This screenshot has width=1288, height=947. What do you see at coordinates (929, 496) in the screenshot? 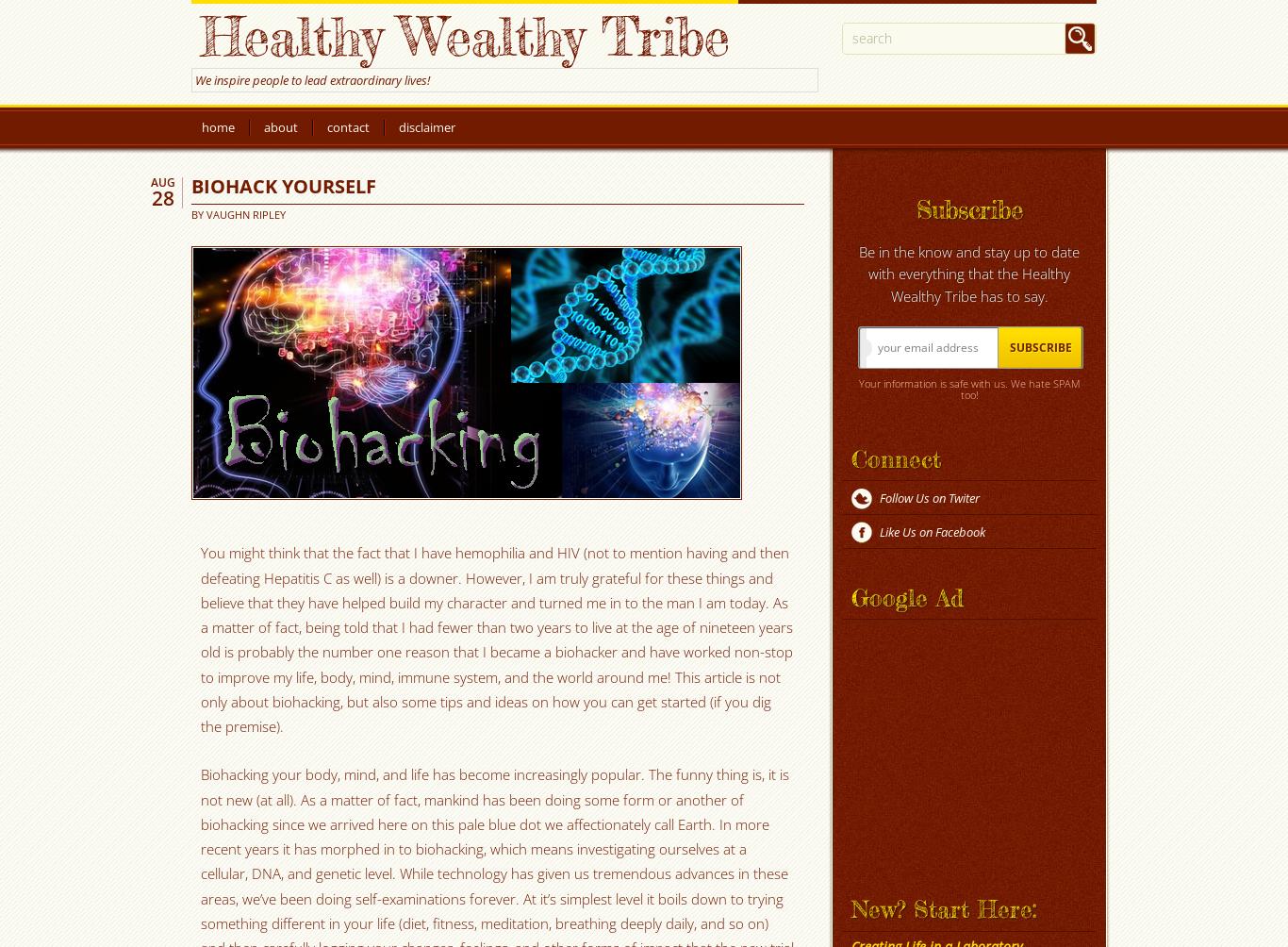
I see `'Follow Us on Twiter'` at bounding box center [929, 496].